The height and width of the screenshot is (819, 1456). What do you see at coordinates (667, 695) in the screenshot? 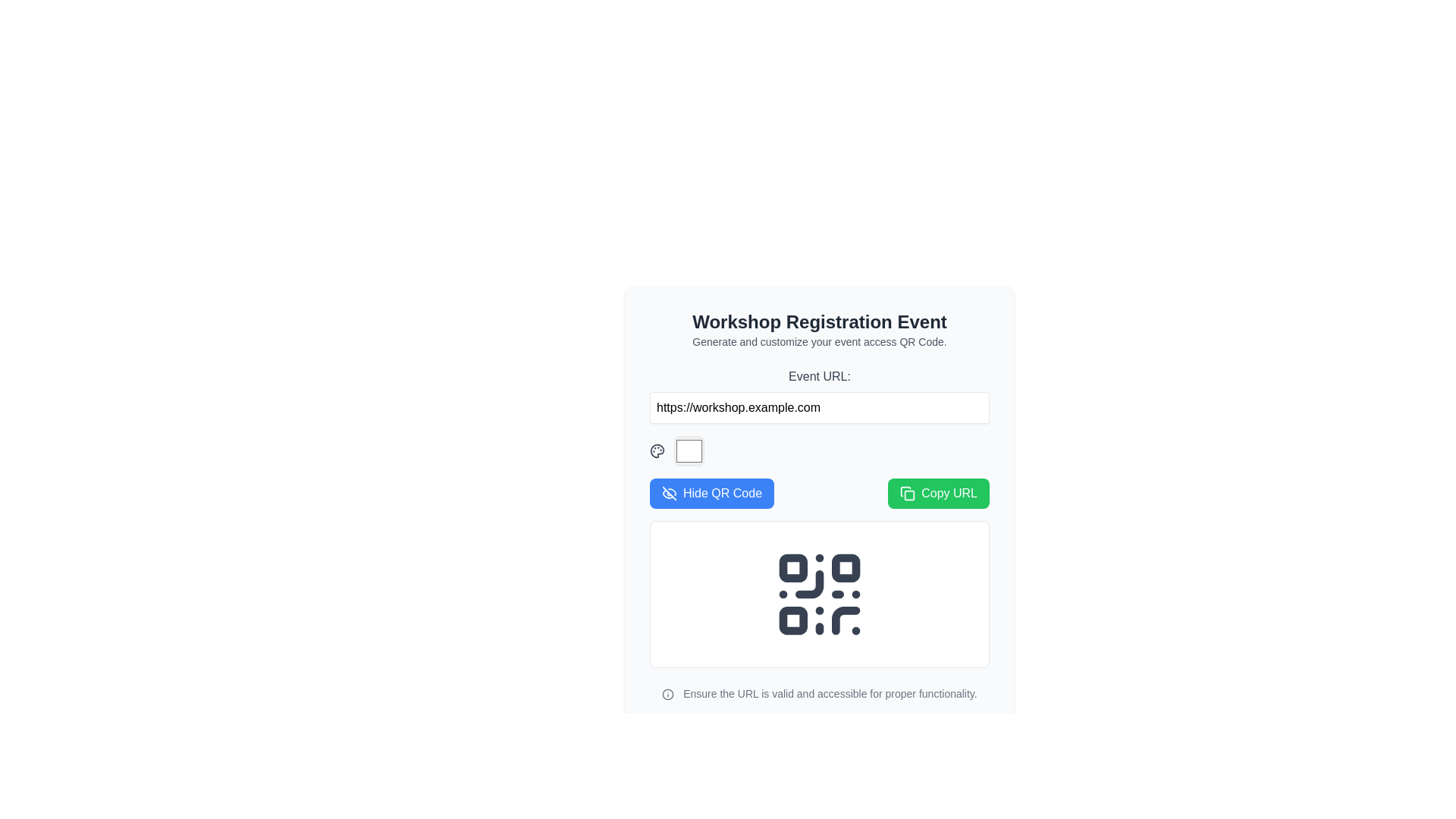
I see `the circular graphical element that forms the outer boundary of the informational icon next to the 'Event URL' input field` at bounding box center [667, 695].